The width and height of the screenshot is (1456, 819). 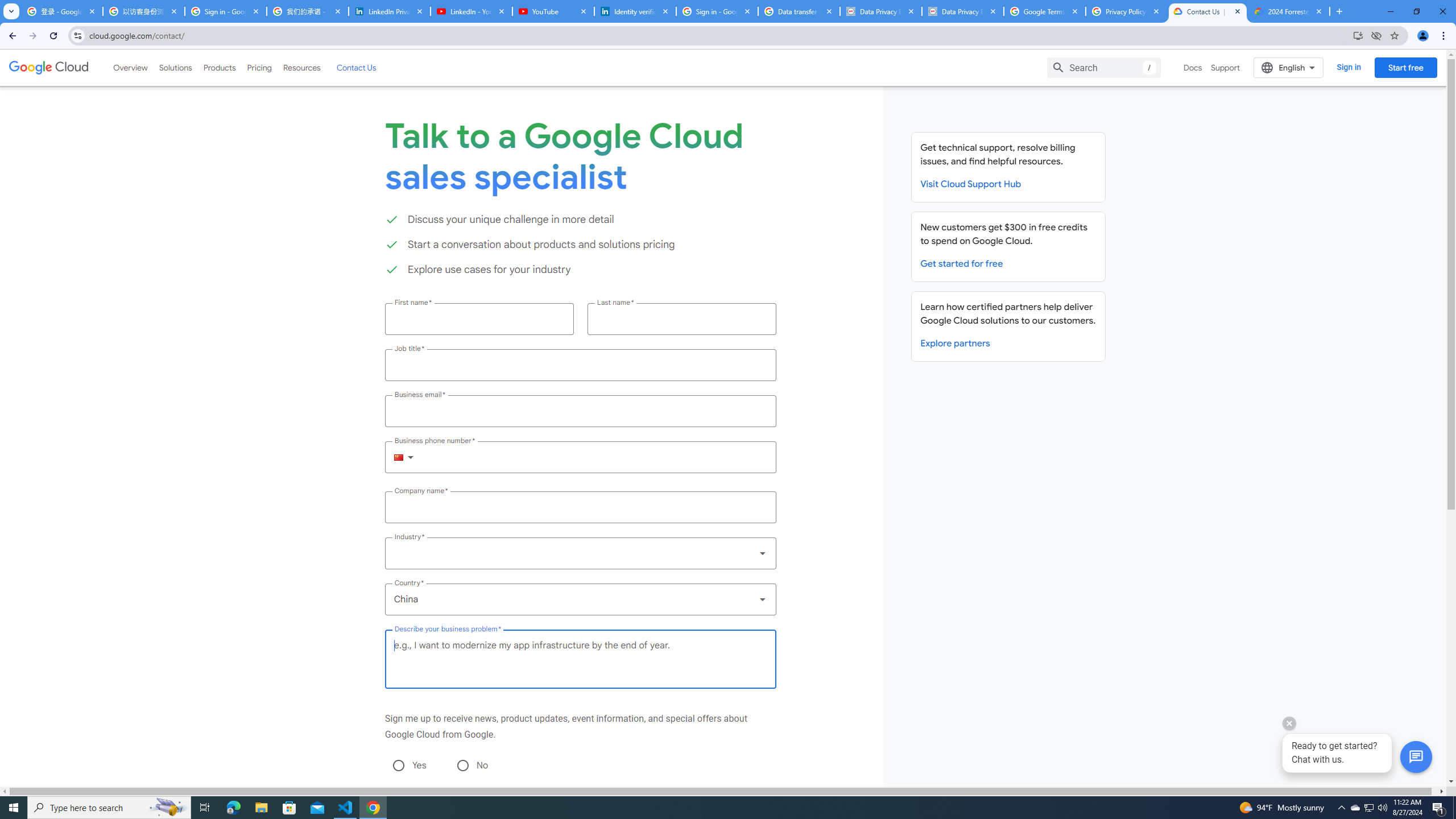 I want to click on 'Install Google Cloud', so click(x=1358, y=35).